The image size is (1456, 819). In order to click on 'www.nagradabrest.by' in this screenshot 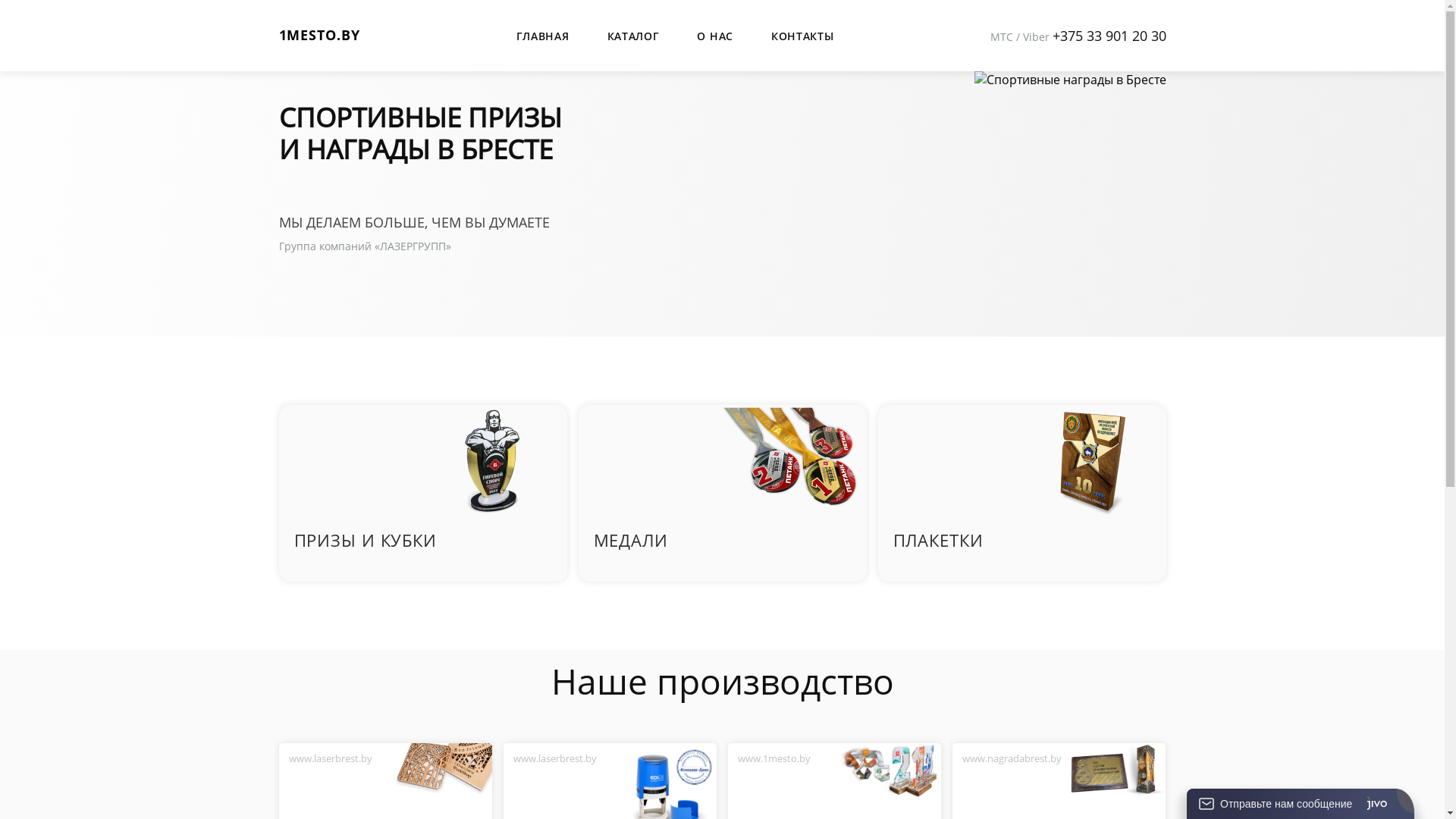, I will do `click(1012, 758)`.